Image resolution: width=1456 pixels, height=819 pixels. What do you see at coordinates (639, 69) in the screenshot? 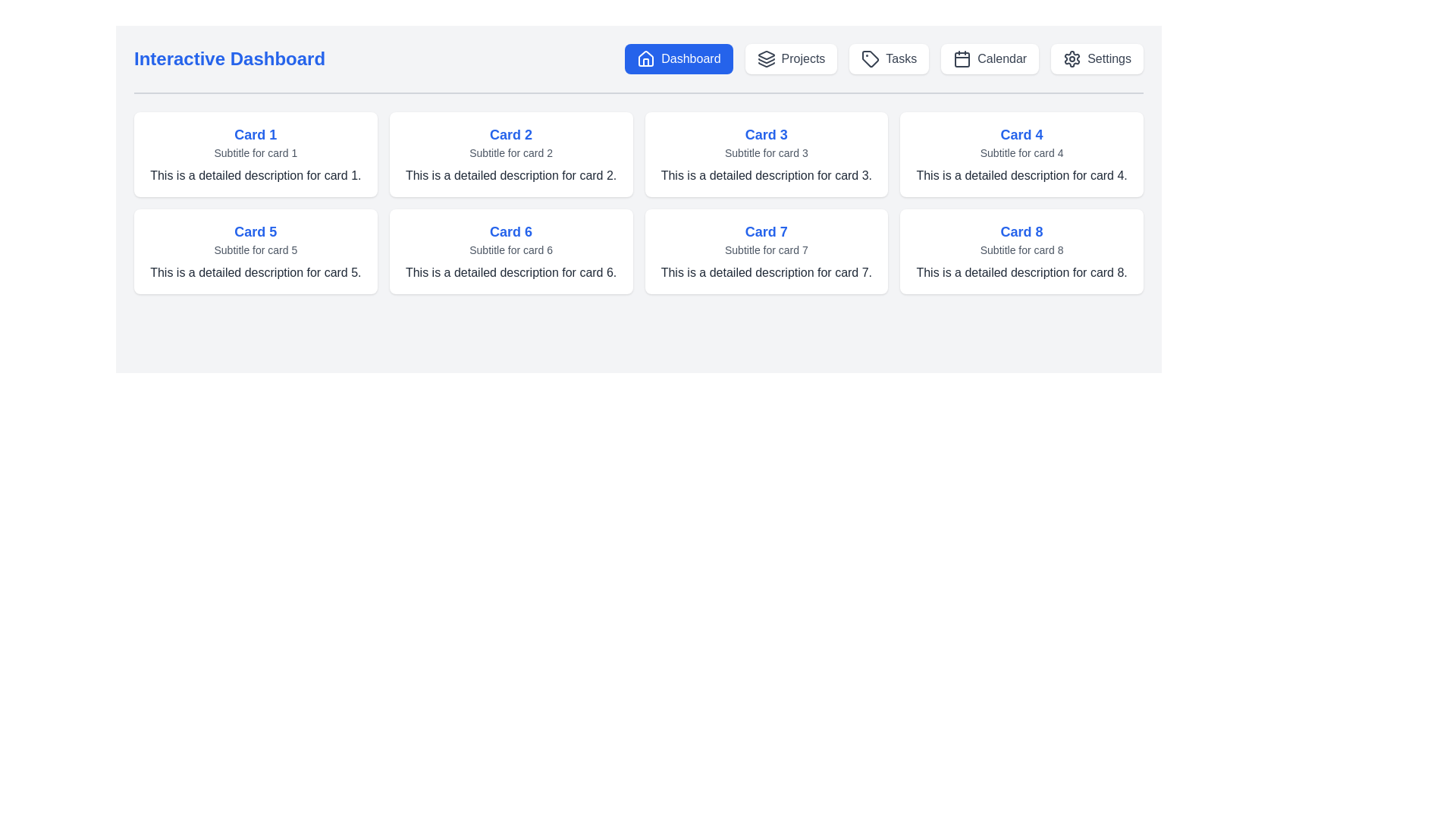
I see `a menu option in the Navigation Bar titled 'Interactive Dashboard'` at bounding box center [639, 69].